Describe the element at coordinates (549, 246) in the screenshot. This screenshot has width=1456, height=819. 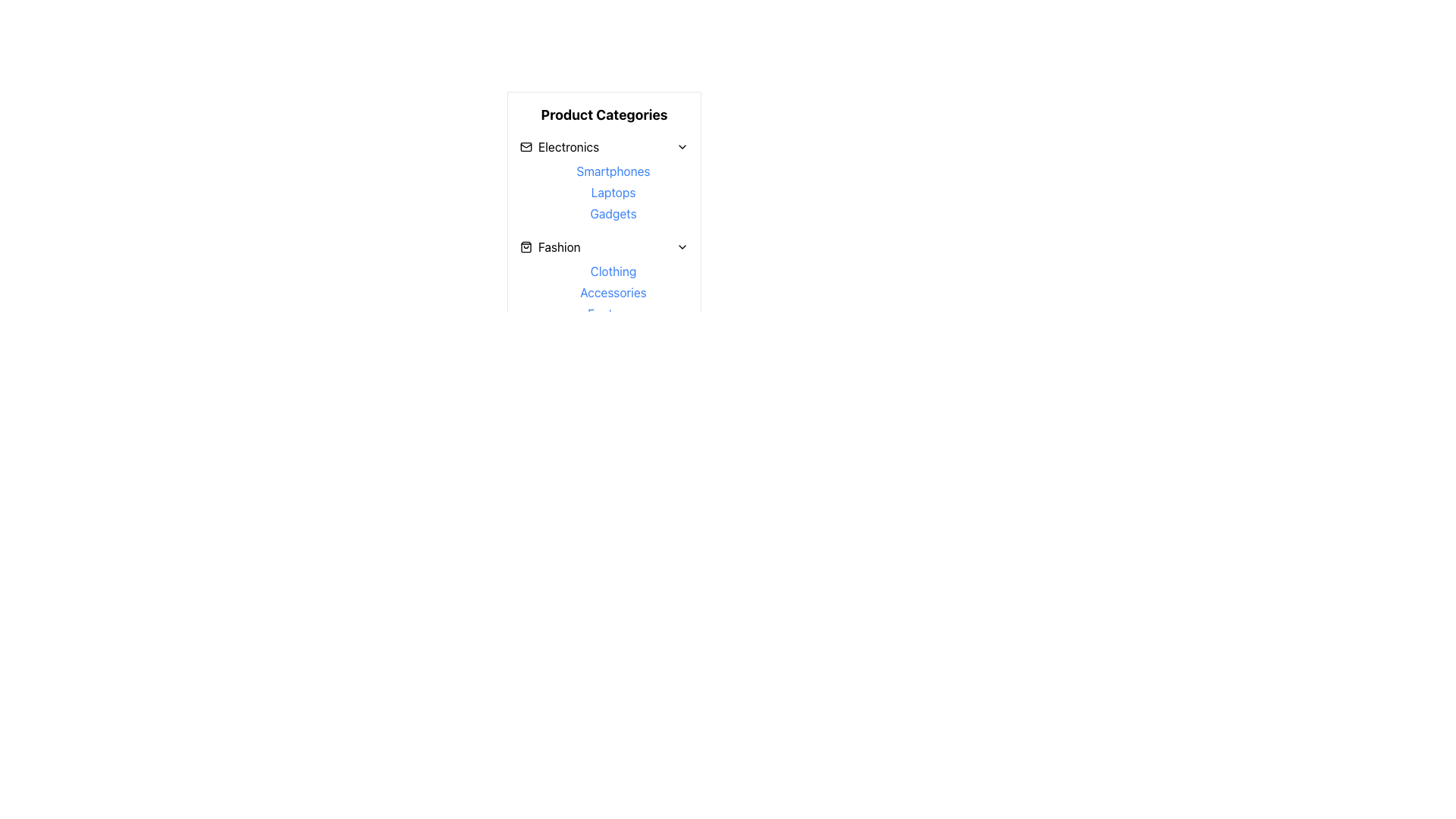
I see `the 'Fashion' label button, which displays the text 'Fashion' with a shopping bag icon on the left` at that location.